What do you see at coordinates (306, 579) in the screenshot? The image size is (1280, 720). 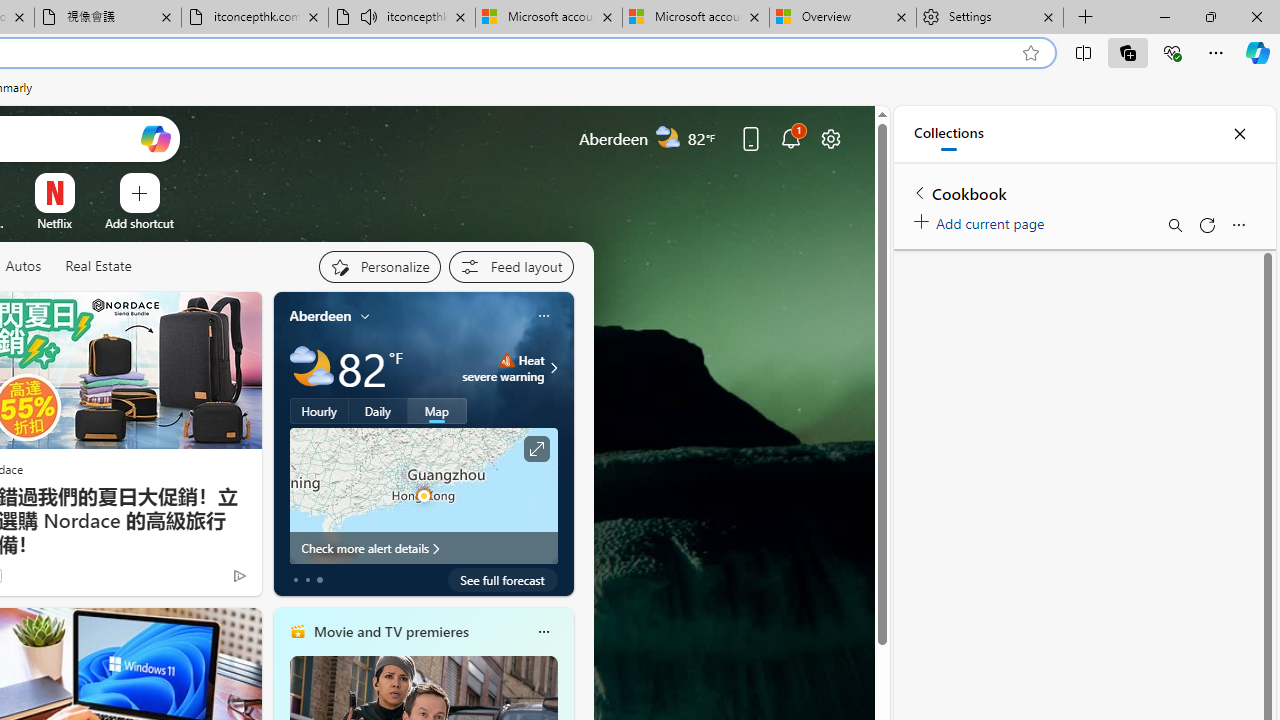 I see `'tab-1'` at bounding box center [306, 579].